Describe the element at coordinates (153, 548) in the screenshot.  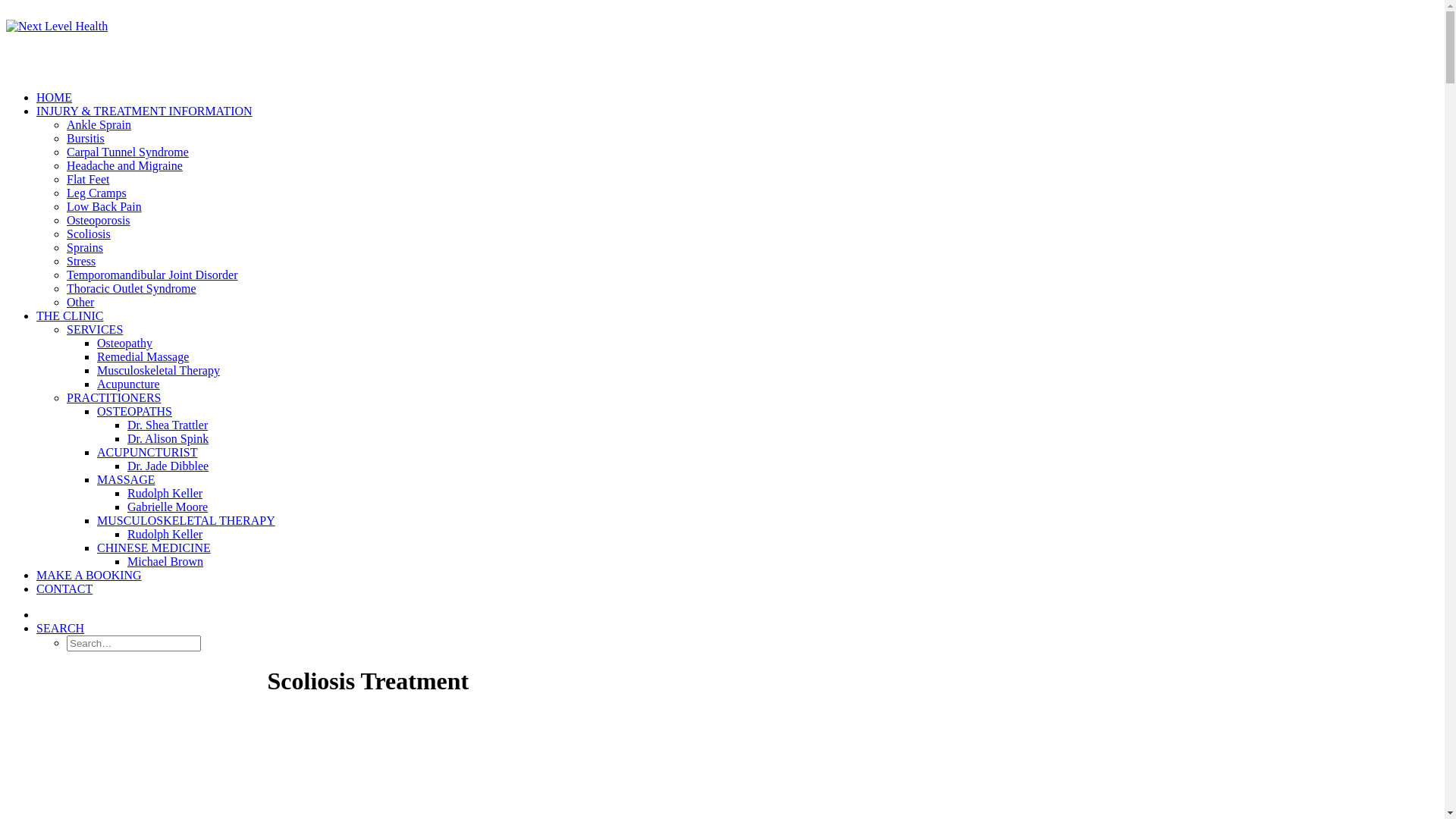
I see `'CHINESE MEDICINE'` at that location.